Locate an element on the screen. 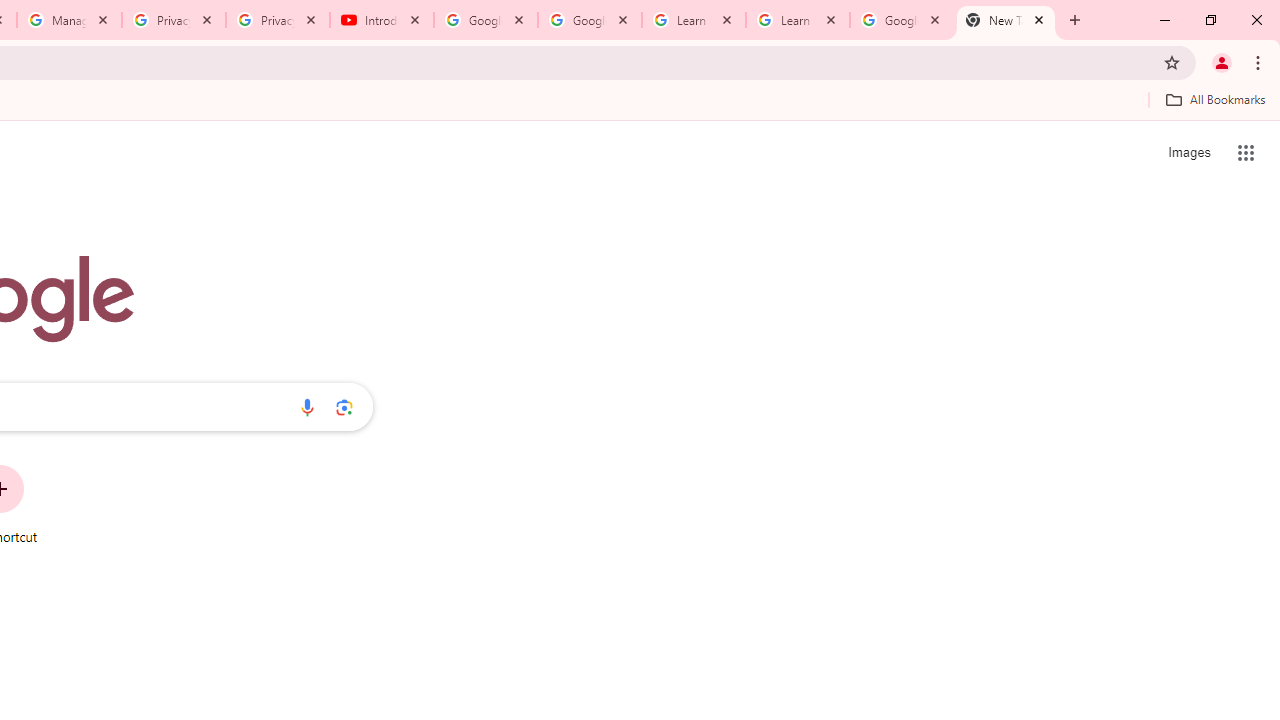 This screenshot has width=1280, height=720. 'Search by voice' is located at coordinates (306, 406).